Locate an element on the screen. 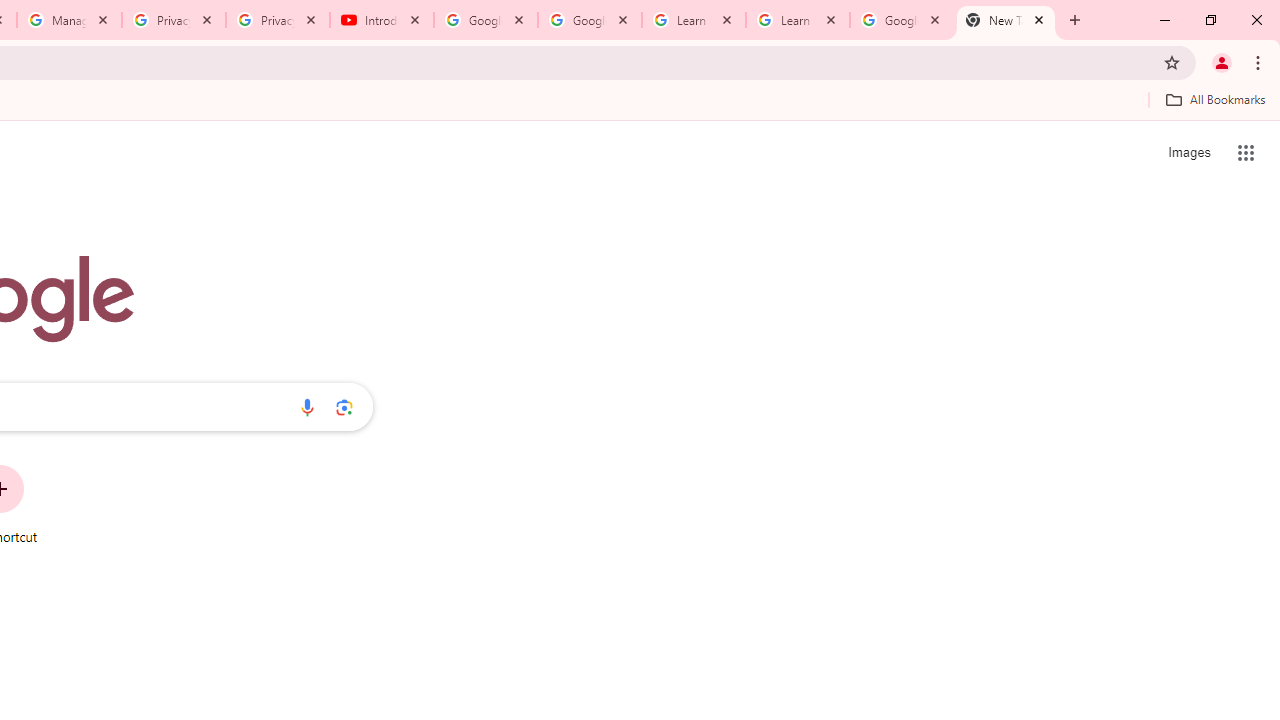 This screenshot has width=1280, height=720. 'Search by voice' is located at coordinates (306, 406).